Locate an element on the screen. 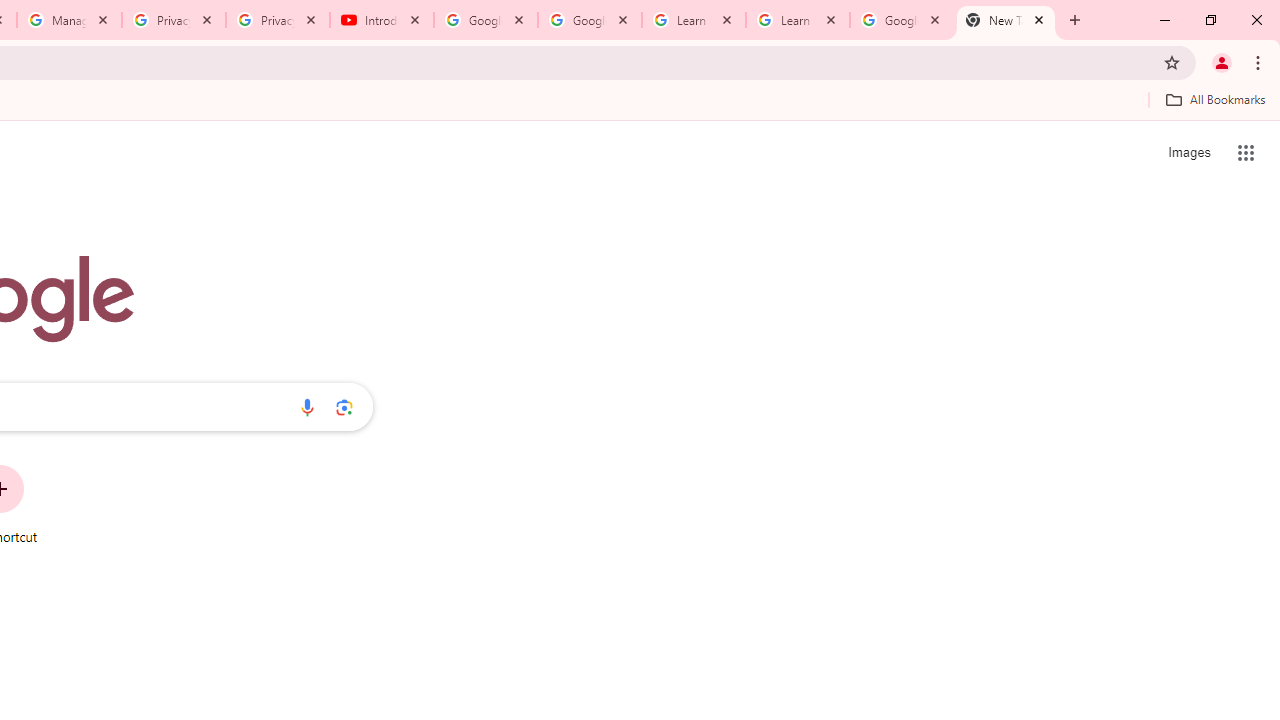 This screenshot has width=1280, height=720. 'Search by voice' is located at coordinates (306, 406).